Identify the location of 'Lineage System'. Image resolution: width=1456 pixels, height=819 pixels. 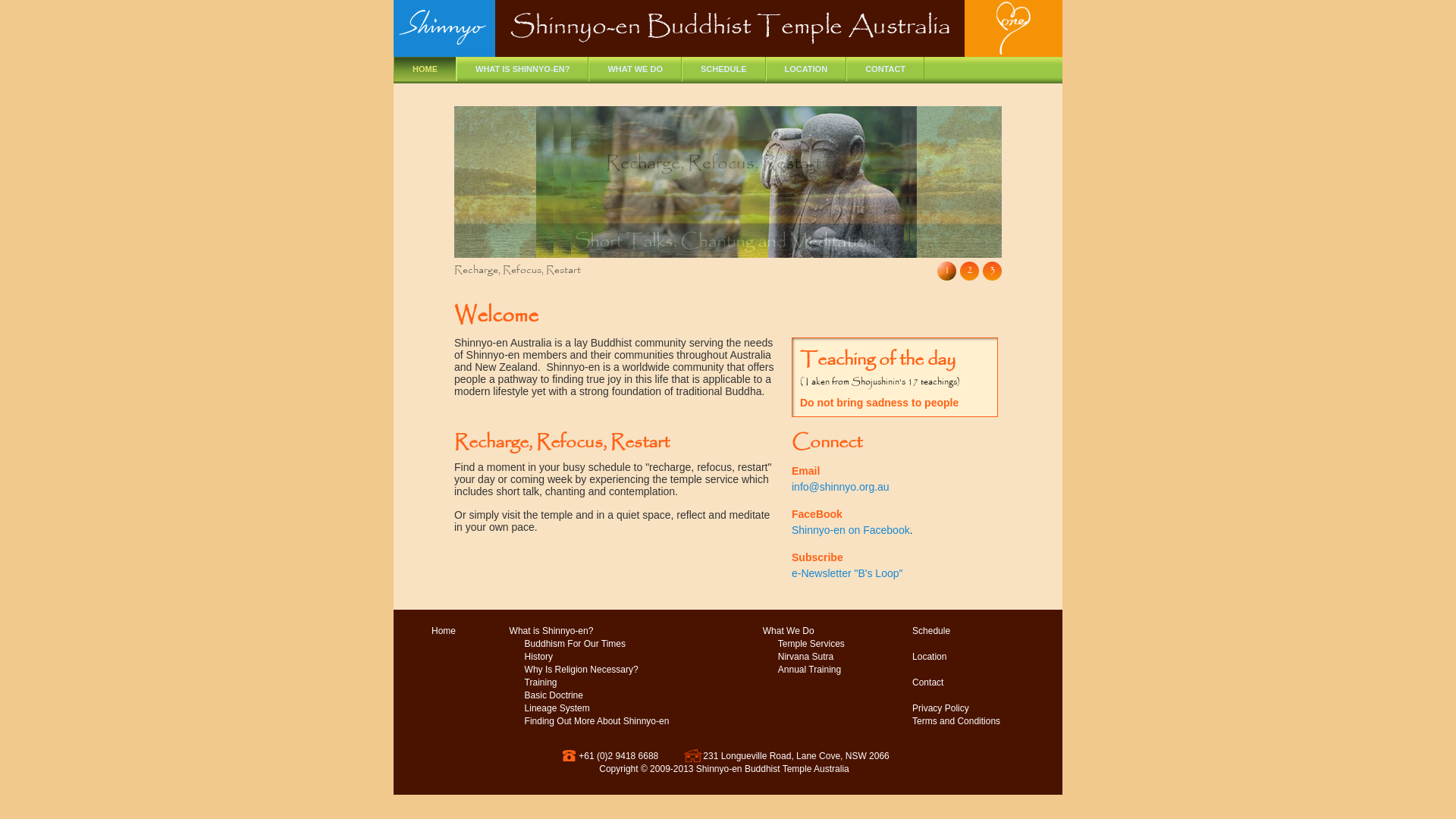
(556, 708).